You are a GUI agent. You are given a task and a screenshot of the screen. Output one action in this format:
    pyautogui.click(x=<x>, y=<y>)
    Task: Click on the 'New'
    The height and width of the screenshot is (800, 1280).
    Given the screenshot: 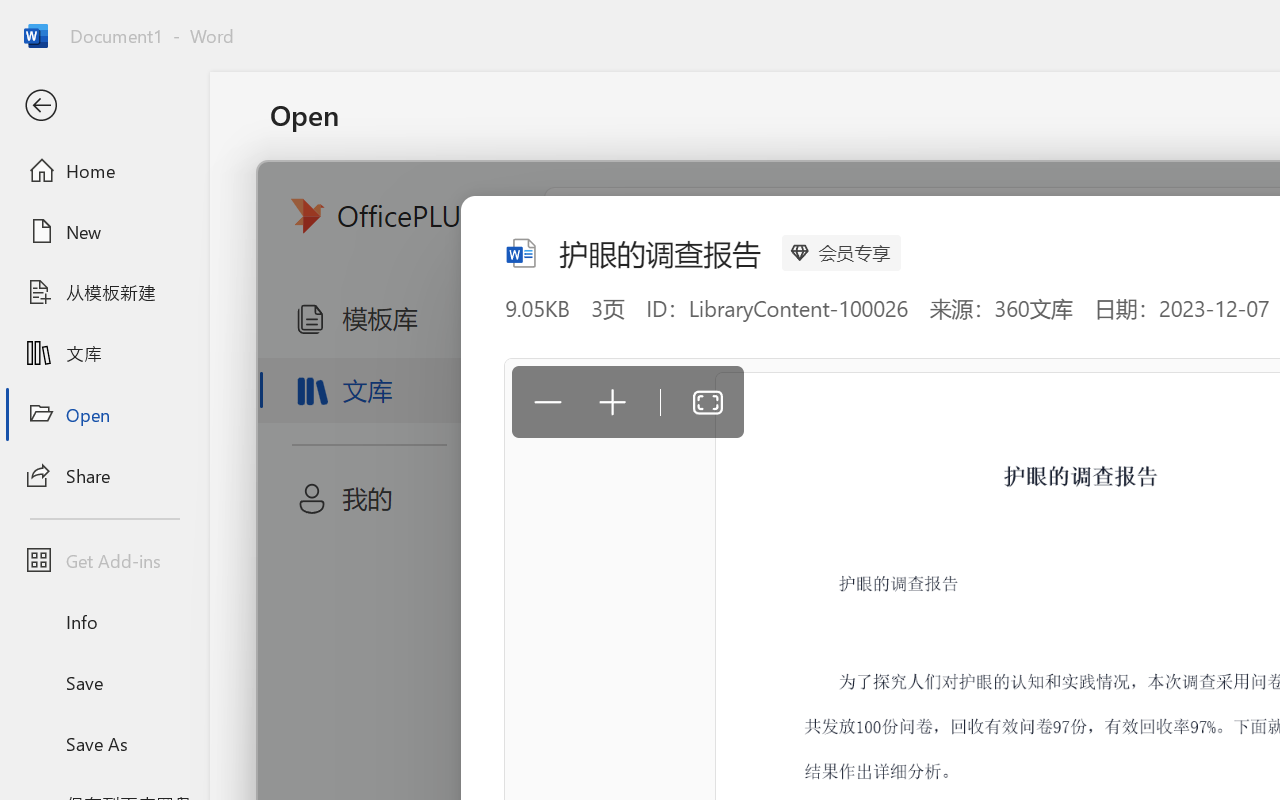 What is the action you would take?
    pyautogui.click(x=103, y=231)
    